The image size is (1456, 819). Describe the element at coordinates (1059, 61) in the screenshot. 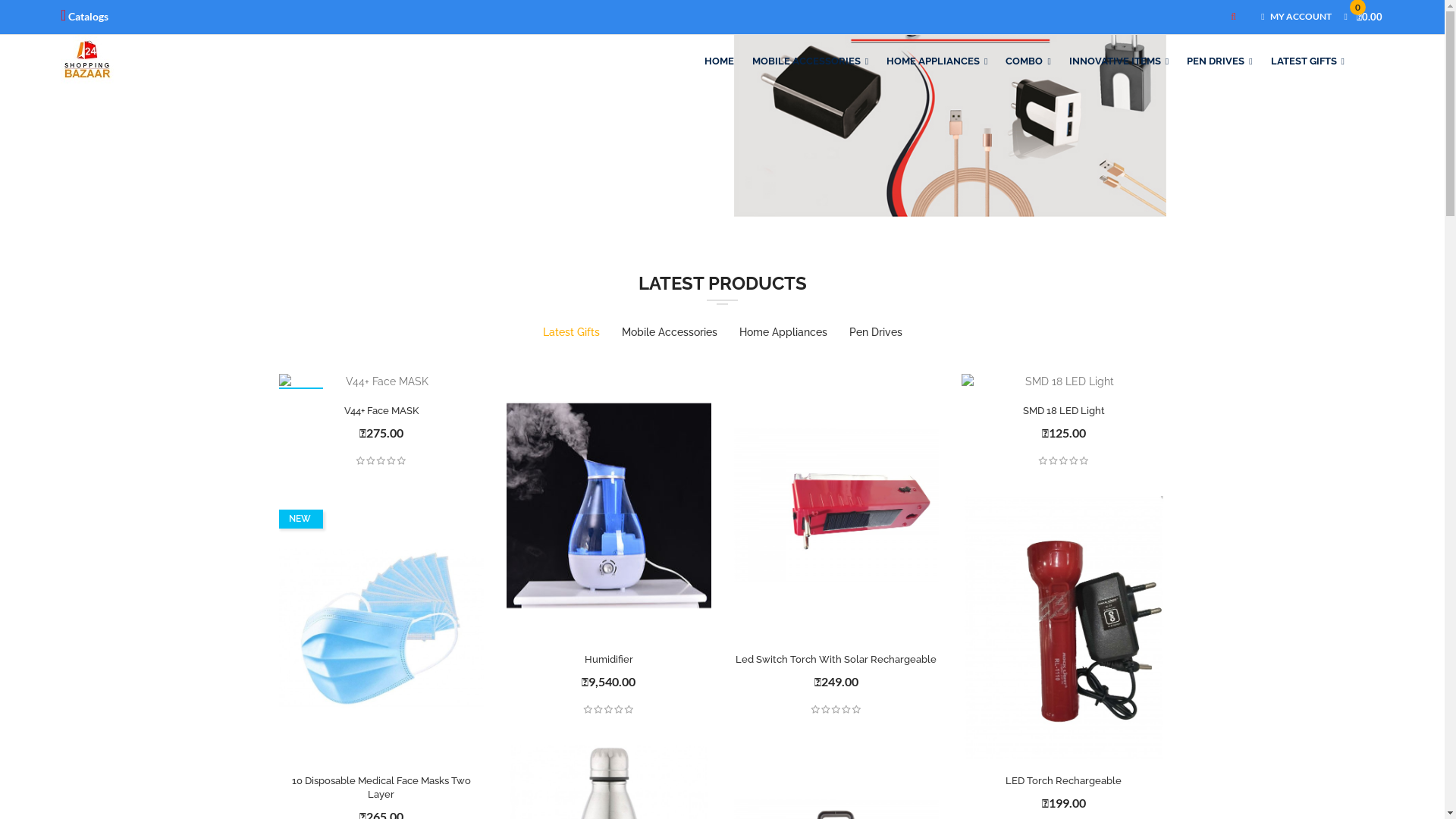

I see `'INNOVATIVE ITEMS'` at that location.